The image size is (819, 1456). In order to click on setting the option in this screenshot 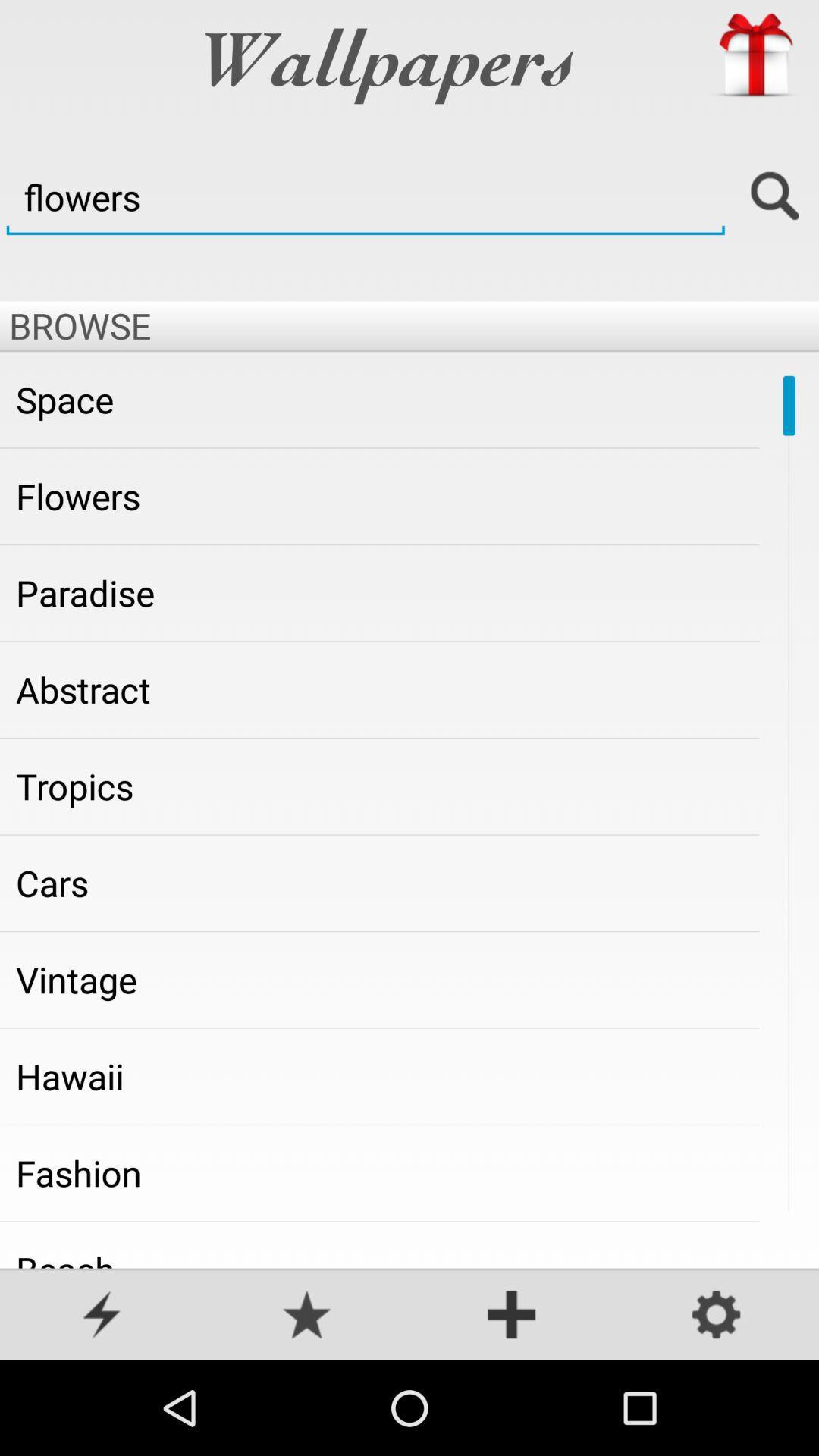, I will do `click(717, 1316)`.